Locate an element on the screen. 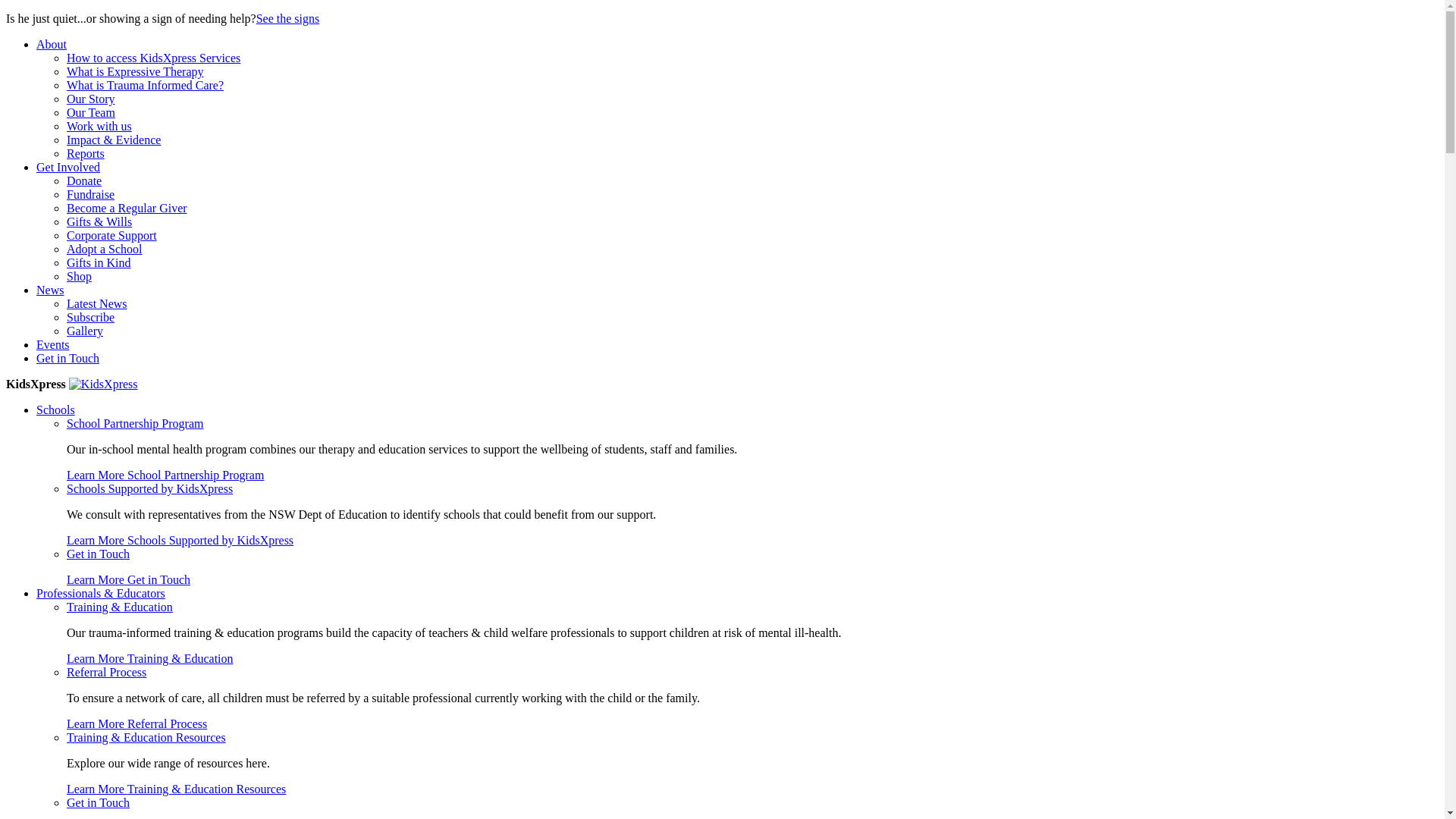  'Events' is located at coordinates (53, 344).